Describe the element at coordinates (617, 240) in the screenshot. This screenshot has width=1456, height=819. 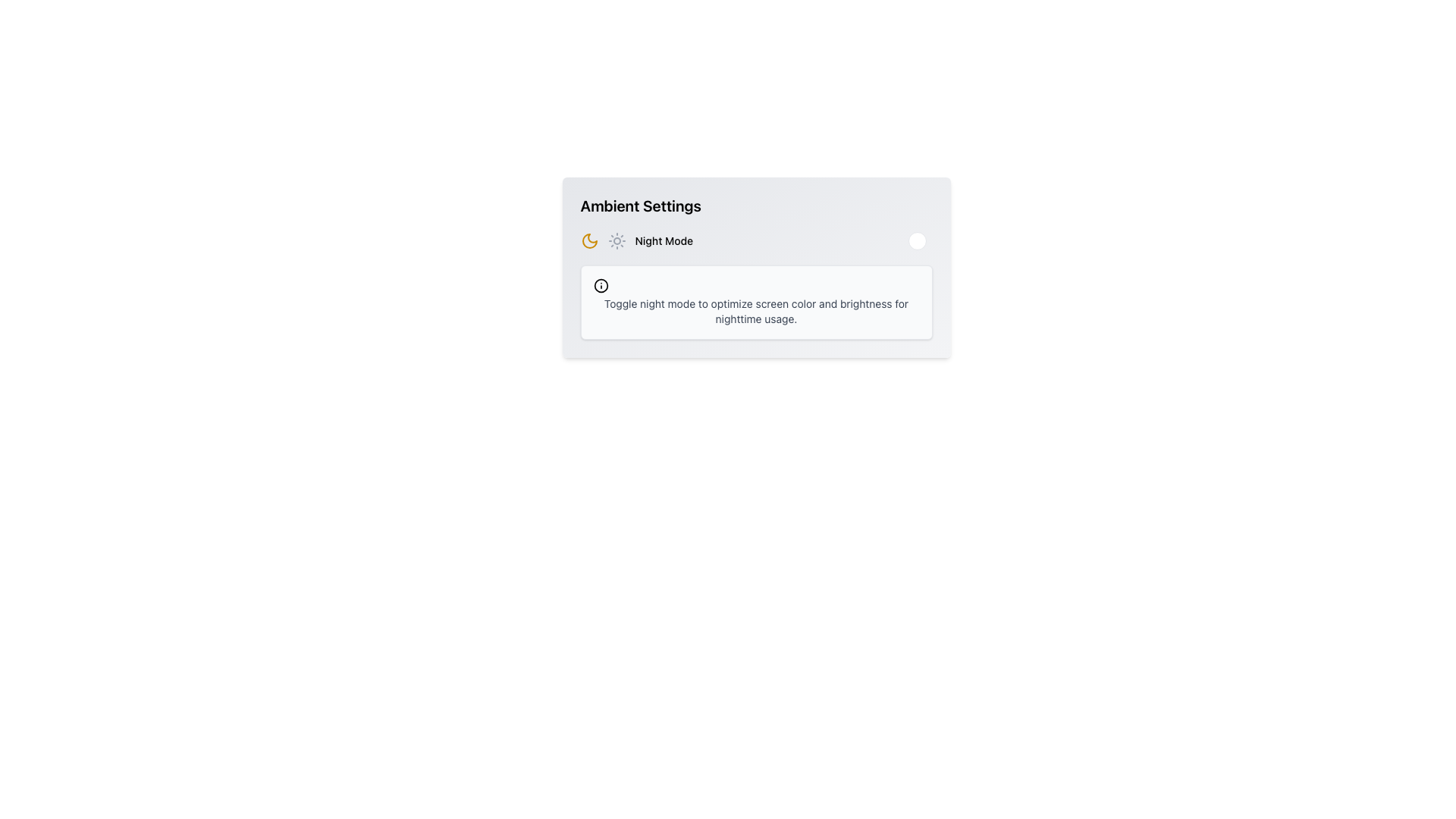
I see `the state of the gray circular icon with a sun-like symbol, positioned to the right of the yellow moon icon and to the left of the 'Night Mode' text label` at that location.